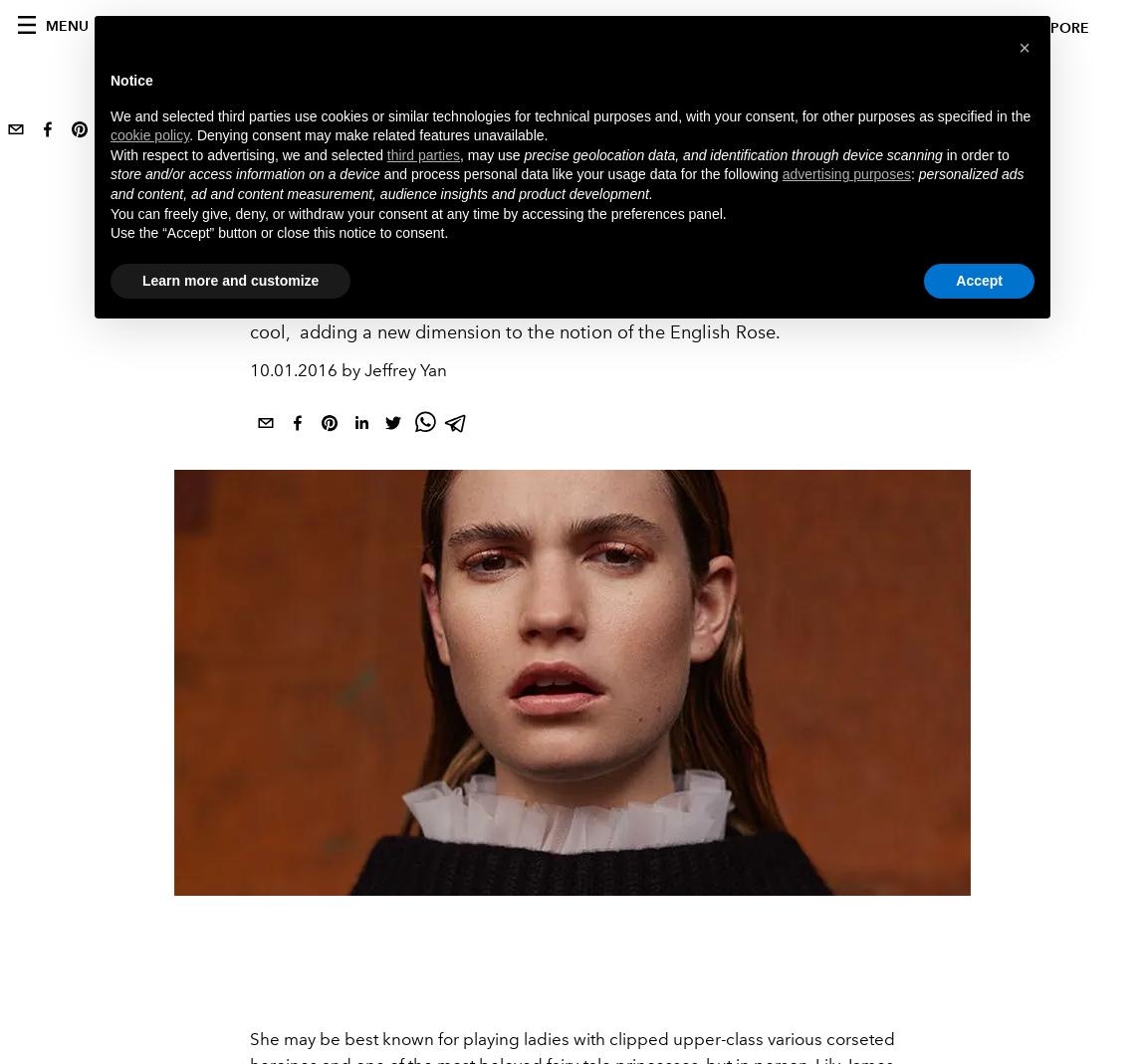 This screenshot has width=1145, height=1064. What do you see at coordinates (130, 80) in the screenshot?
I see `'Notice'` at bounding box center [130, 80].